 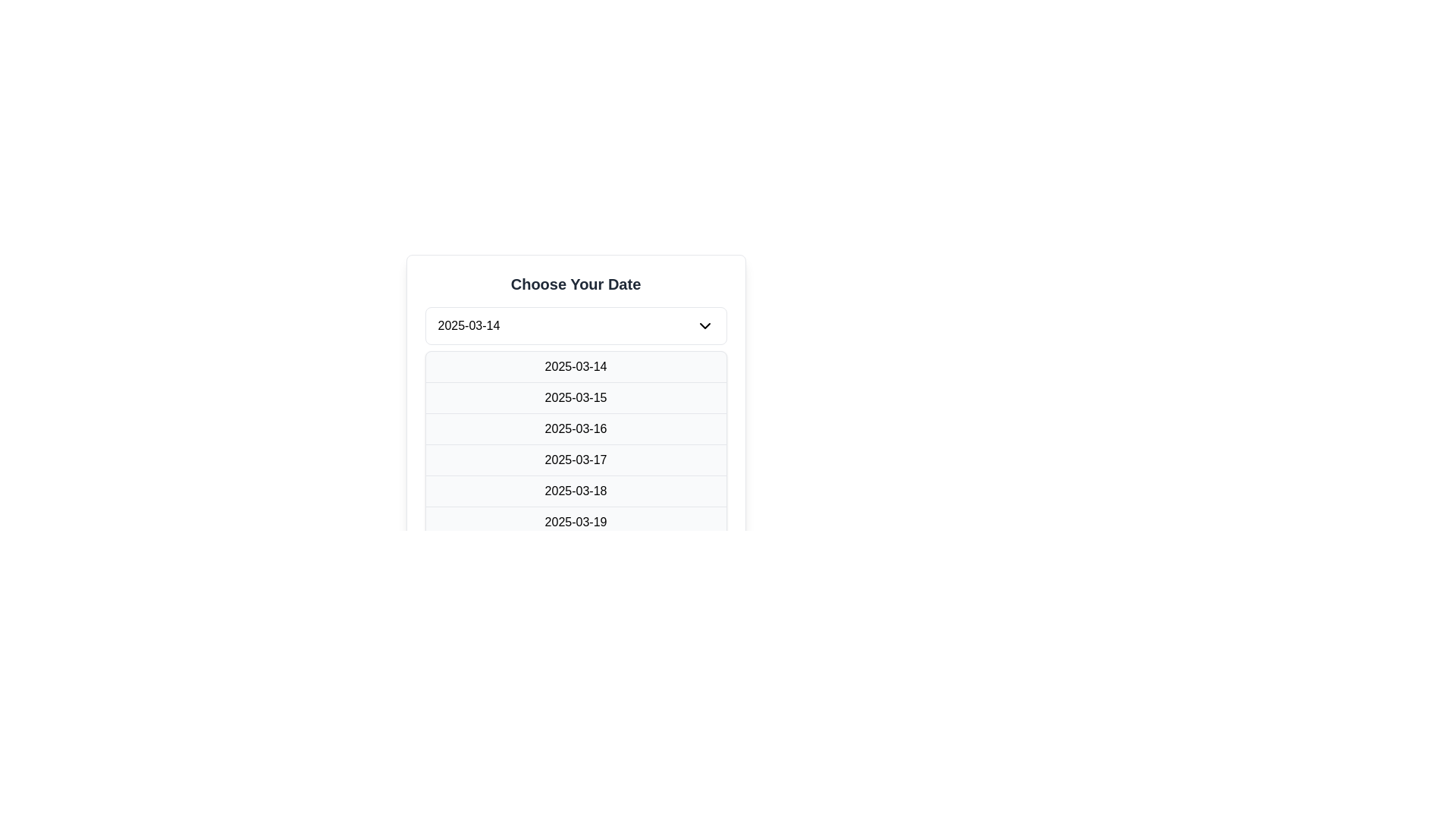 What do you see at coordinates (575, 382) in the screenshot?
I see `the date selection box labeled '2025-03-15' in the dropdown menu below 'Choose Your Date'` at bounding box center [575, 382].